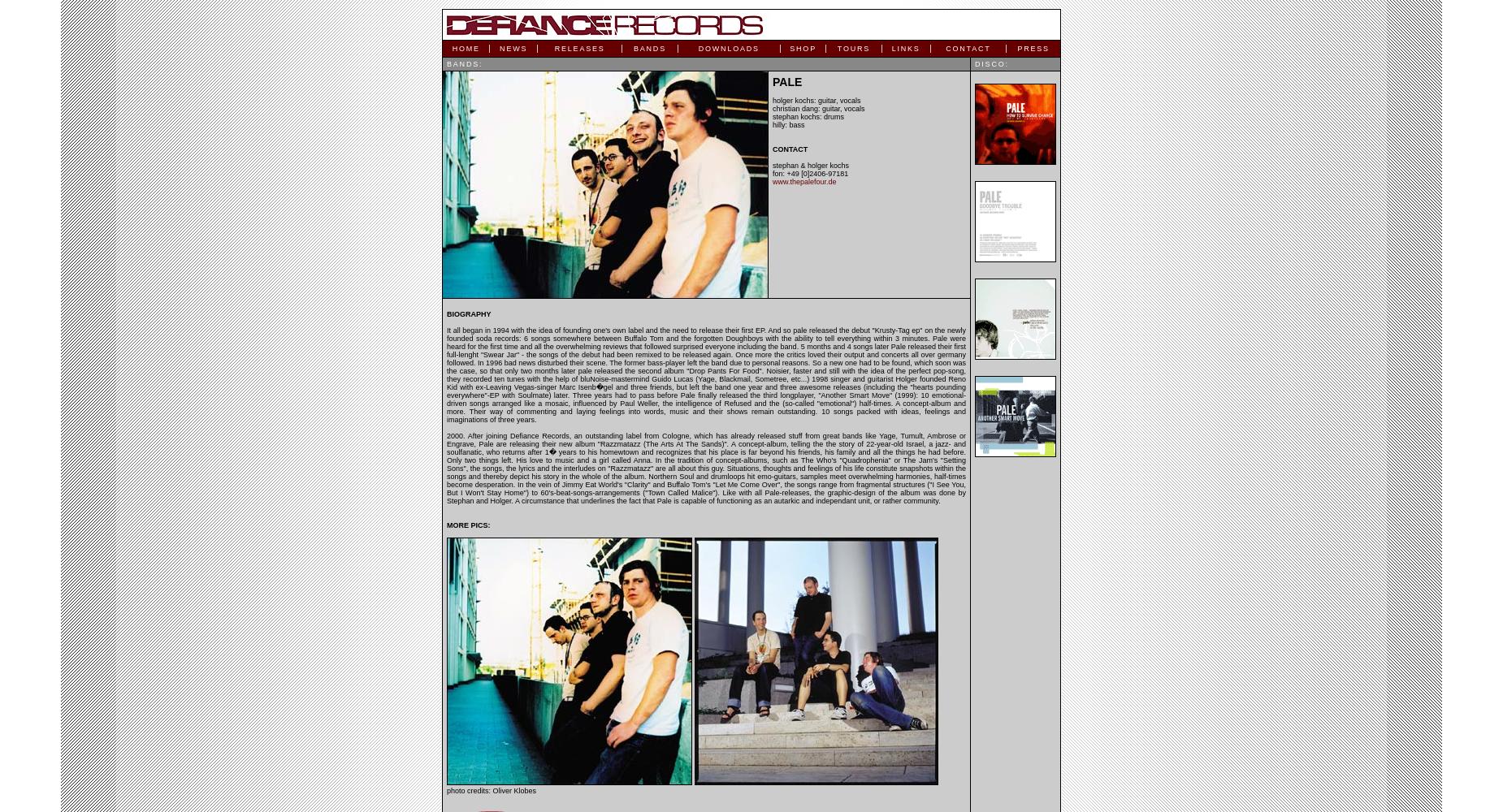 Image resolution: width=1503 pixels, height=812 pixels. I want to click on 'holger kochs: guitar, vocals', so click(815, 100).